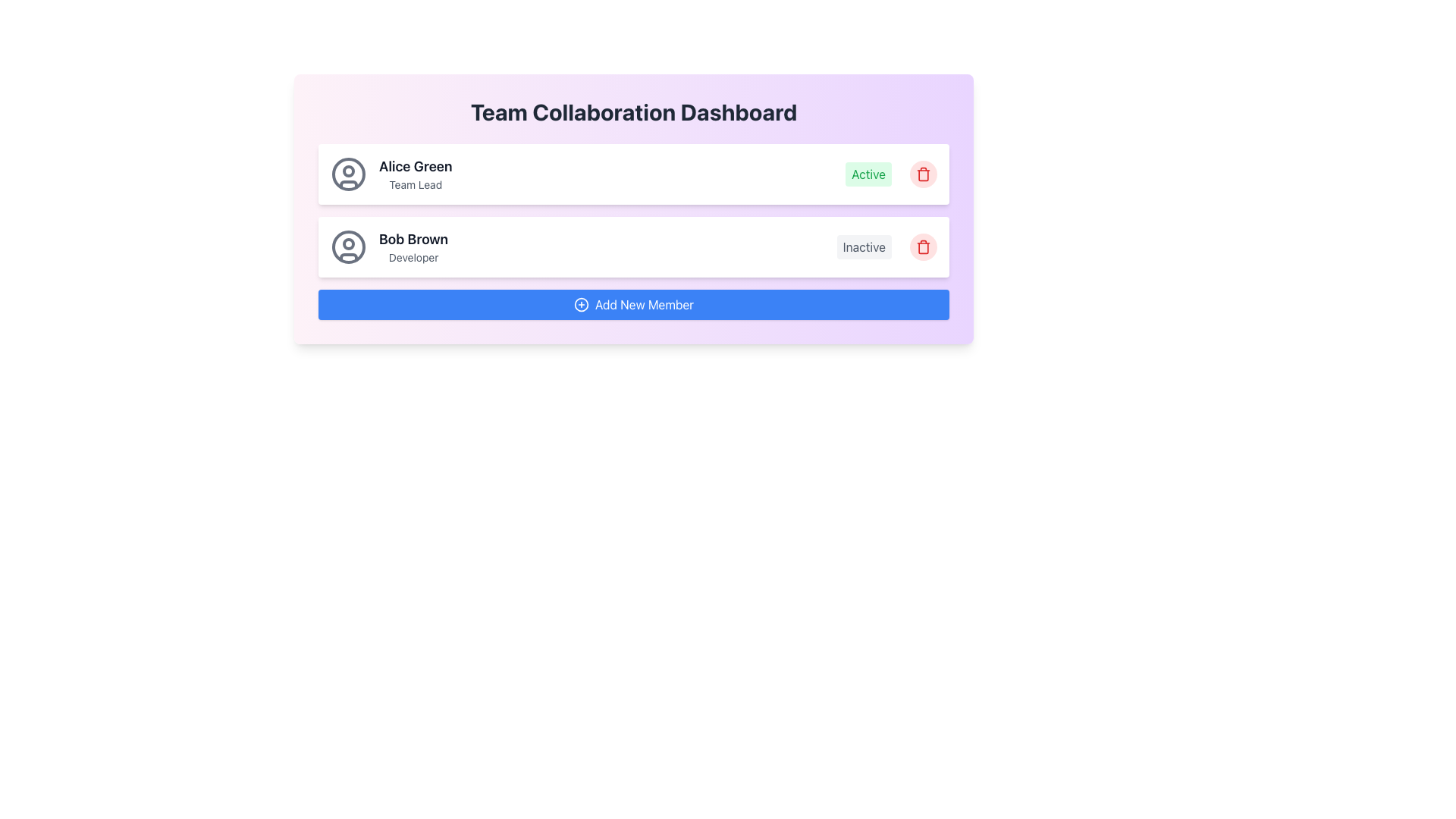  I want to click on the user icon representing Bob Brown - Developer, located in the second row of the list, so click(348, 246).